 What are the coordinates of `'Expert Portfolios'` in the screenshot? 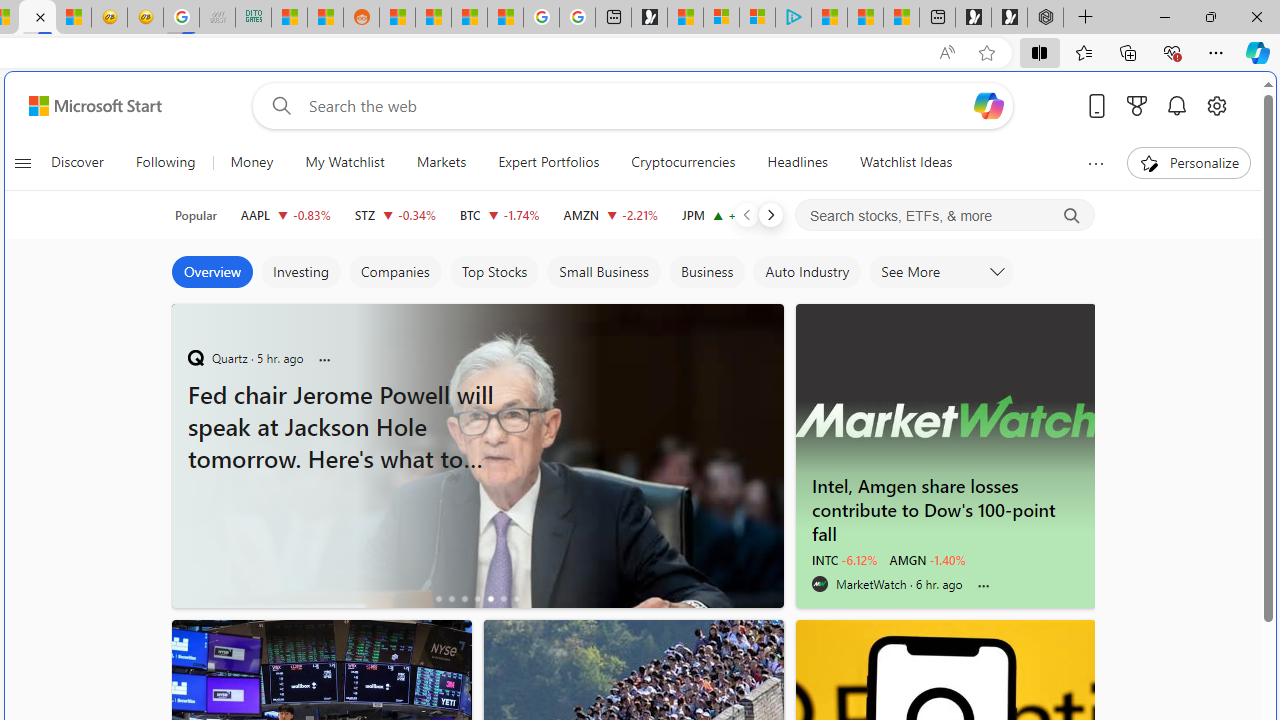 It's located at (549, 162).